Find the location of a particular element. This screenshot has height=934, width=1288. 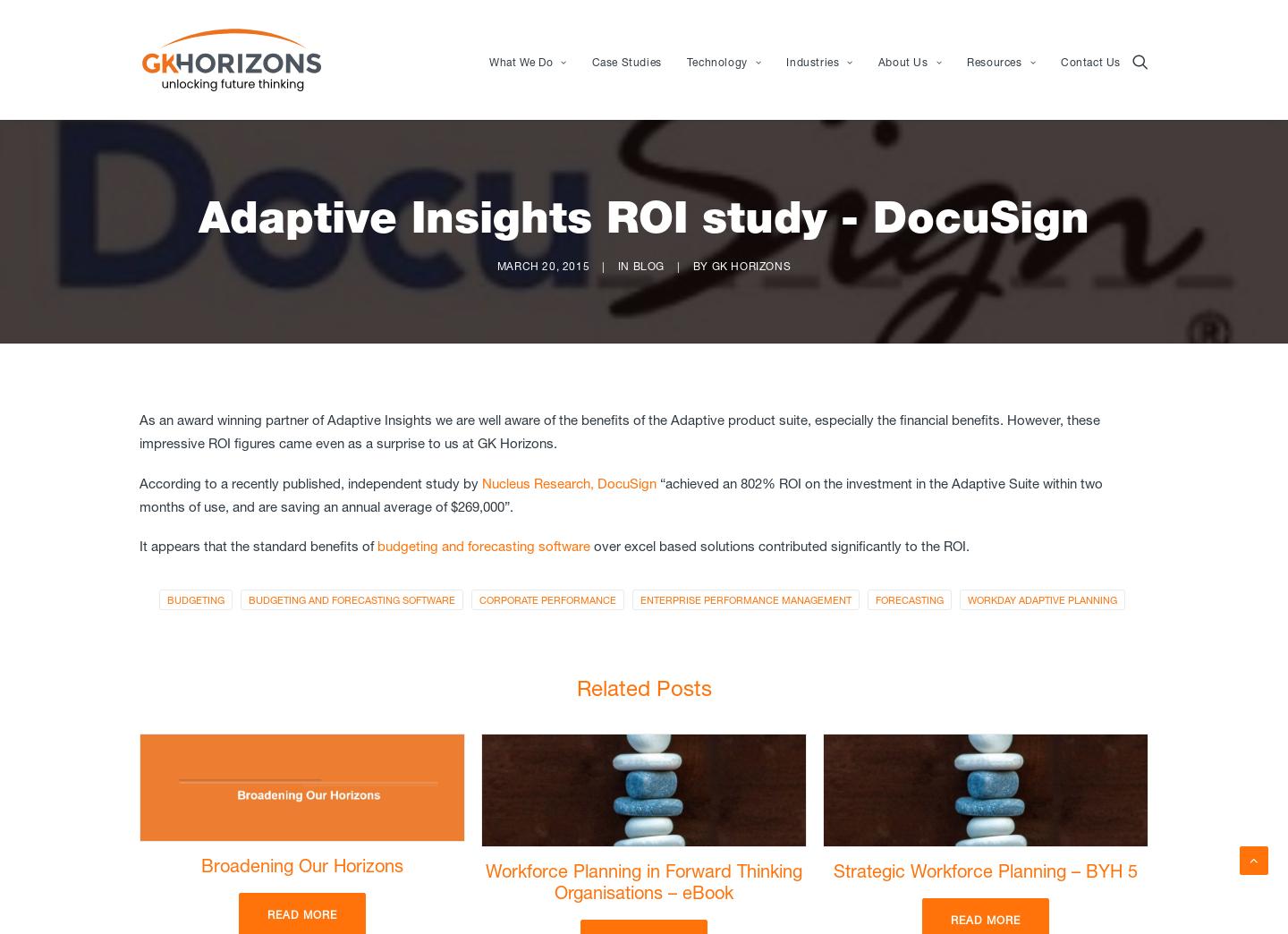

'Enterprise Performance Management' is located at coordinates (745, 599).